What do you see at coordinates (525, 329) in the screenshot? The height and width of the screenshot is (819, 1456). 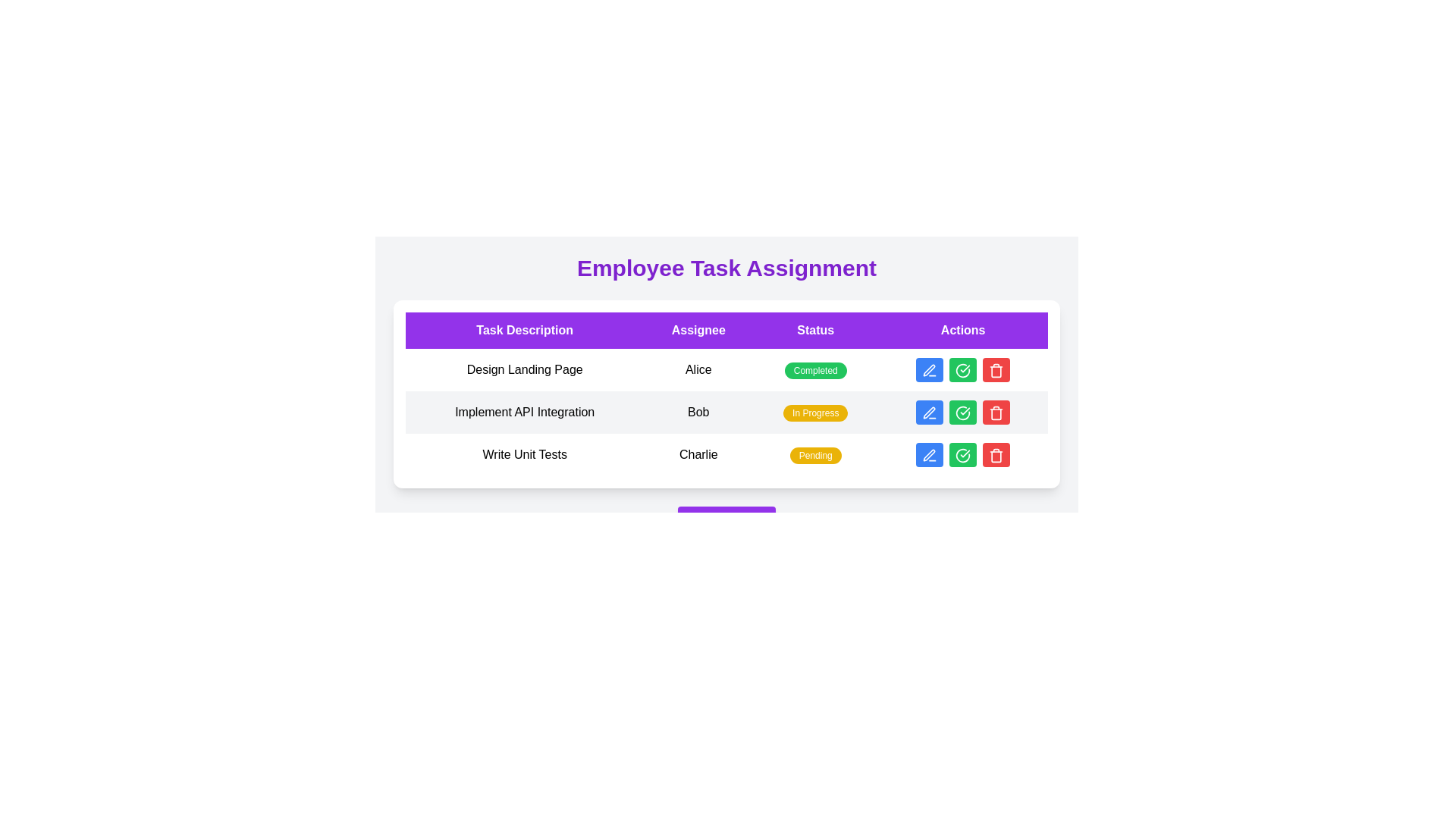 I see `the 'Task Description' label, which is a rectangular header styled with a bold white font on a purple background, located in the first column header of a table` at bounding box center [525, 329].